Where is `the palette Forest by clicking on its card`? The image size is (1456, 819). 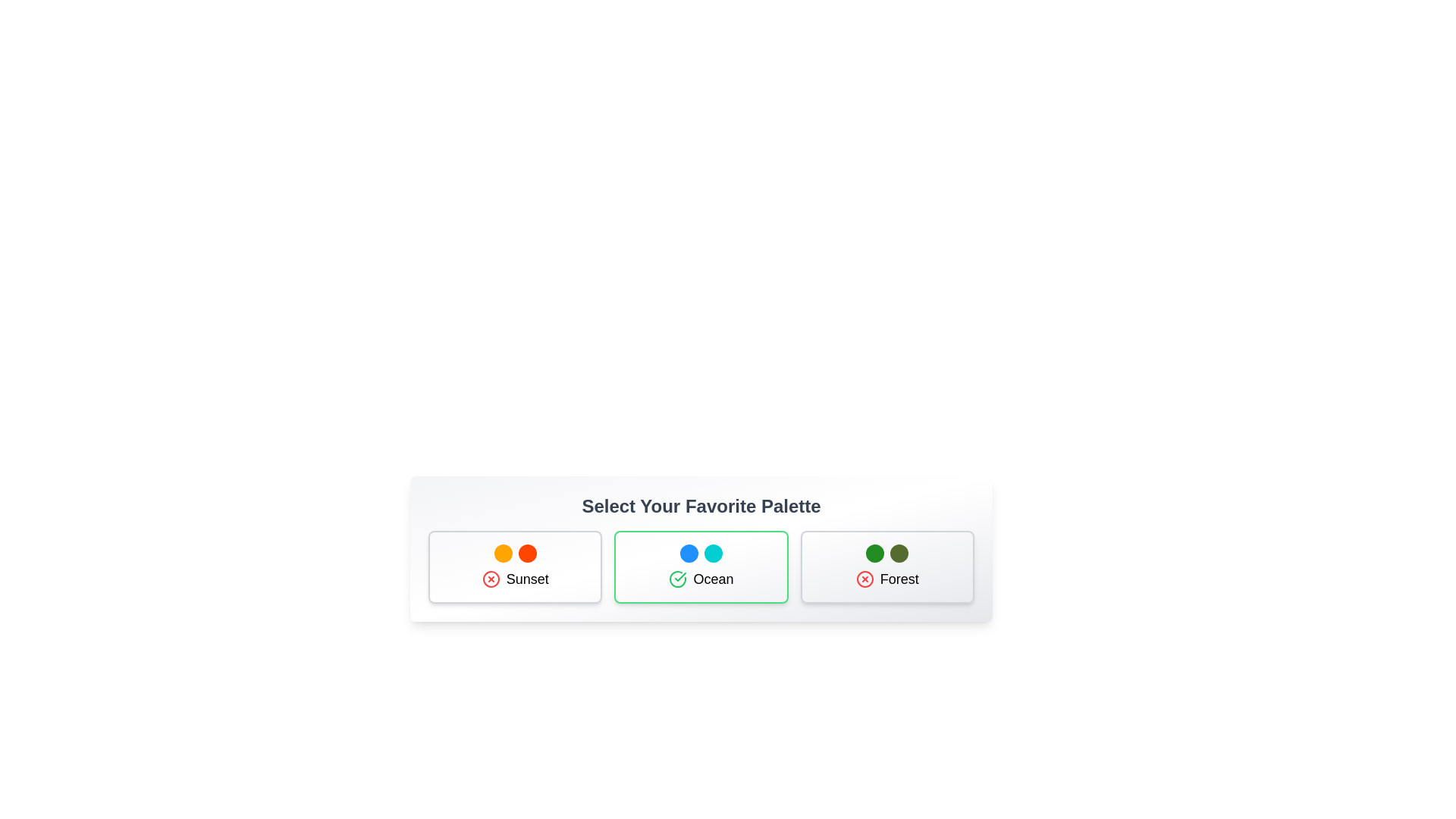
the palette Forest by clicking on its card is located at coordinates (887, 567).